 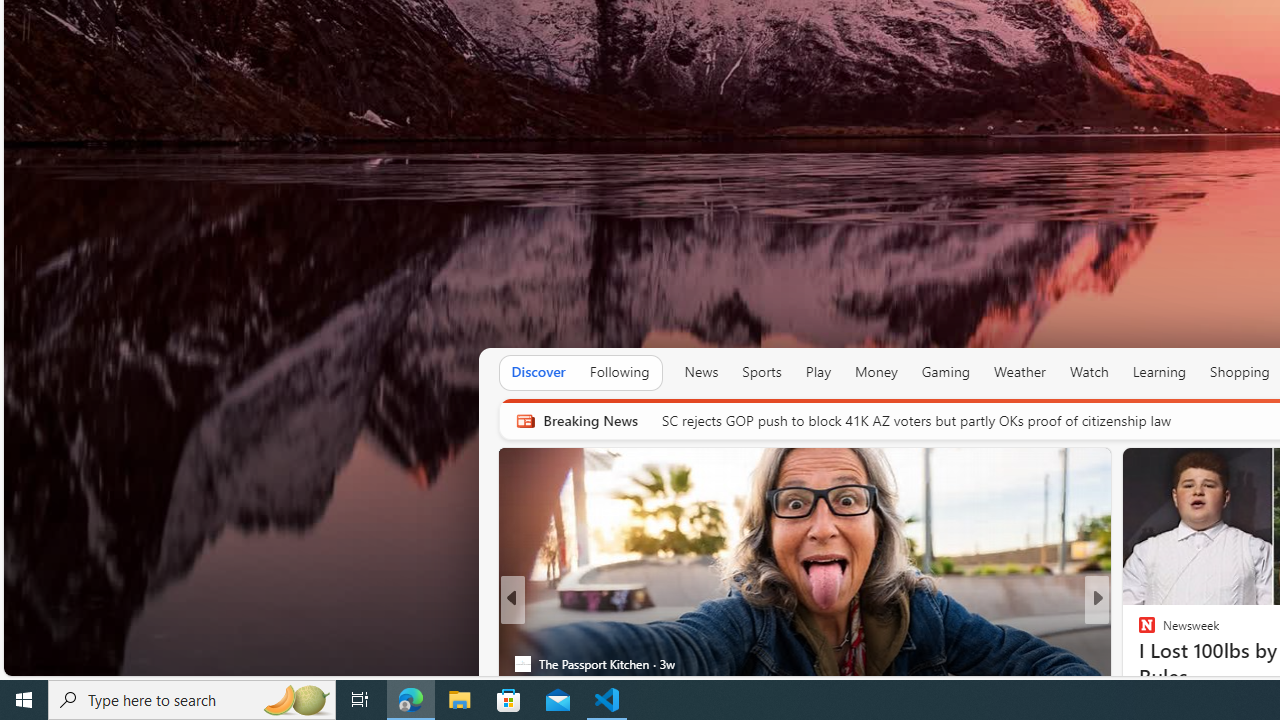 What do you see at coordinates (1088, 371) in the screenshot?
I see `'Watch'` at bounding box center [1088, 371].